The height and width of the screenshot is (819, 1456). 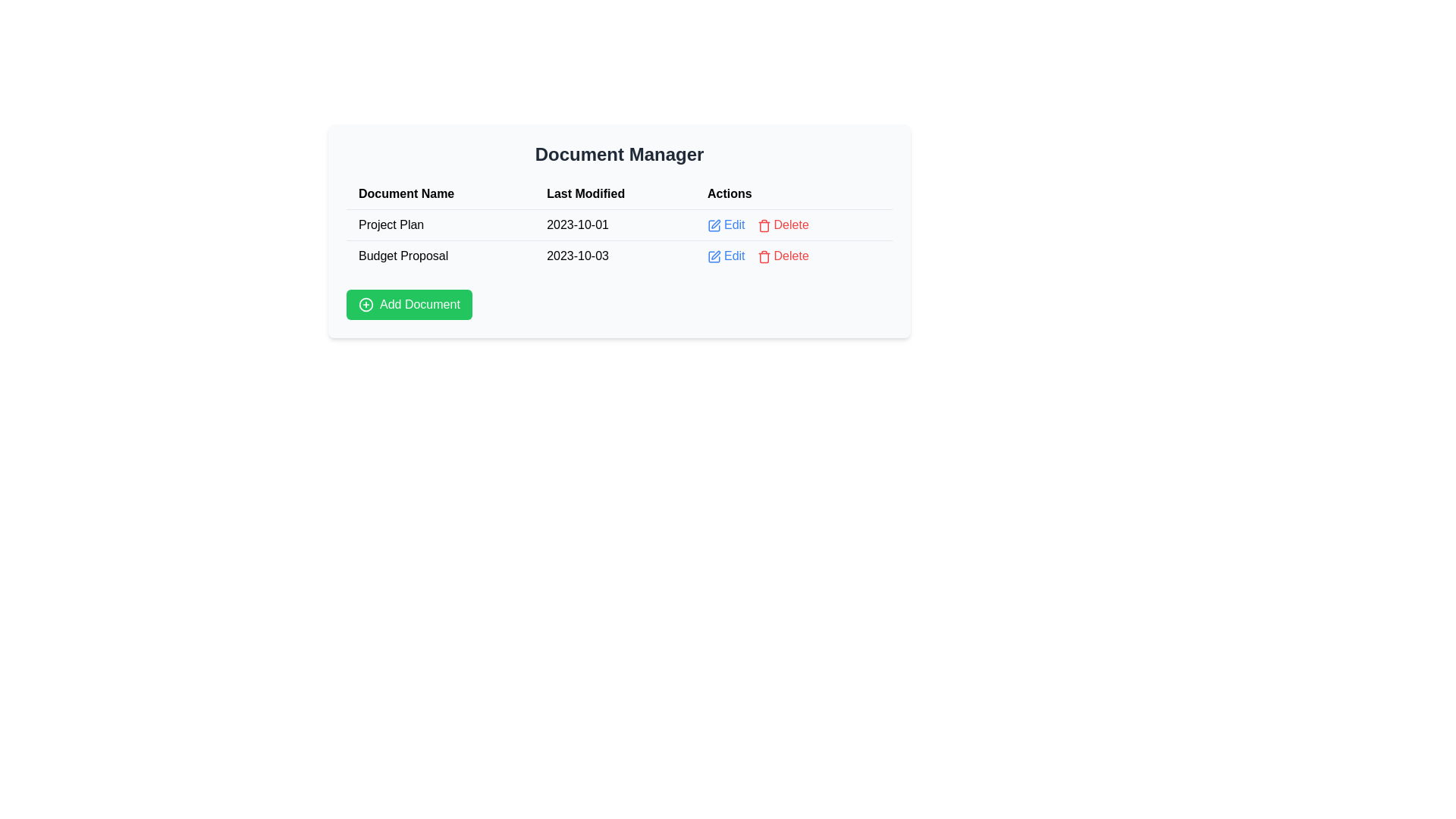 What do you see at coordinates (615, 193) in the screenshot?
I see `the 'Last Modified' column header, which is styled with a bold black font and positioned between 'Document Name' and 'Actions' in the table header` at bounding box center [615, 193].